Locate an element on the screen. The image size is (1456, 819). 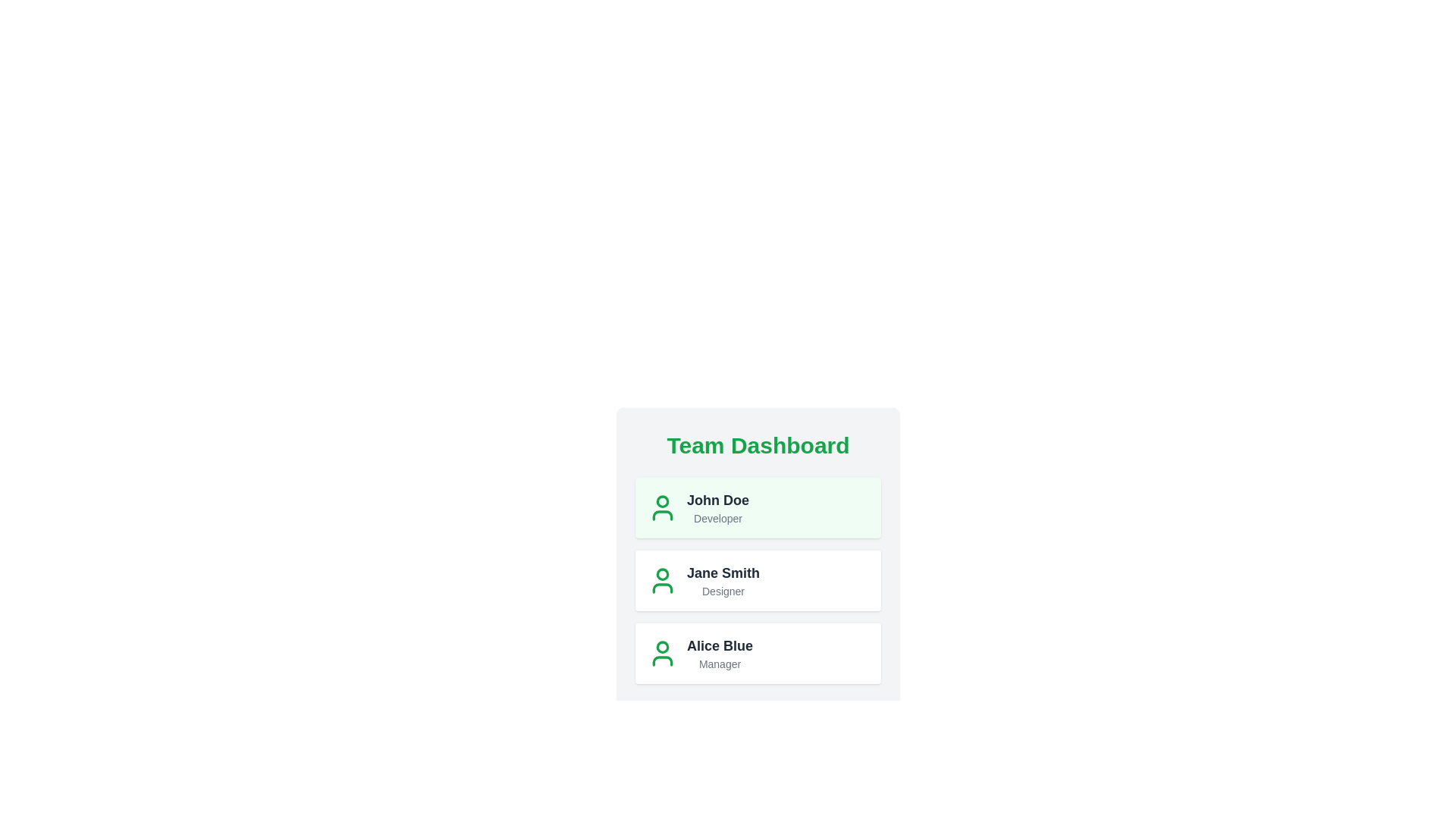
the person icon outlined in green, located to the left of the text 'Alice Blue' and 'Manager' in the 'Team Dashboard.' is located at coordinates (662, 652).